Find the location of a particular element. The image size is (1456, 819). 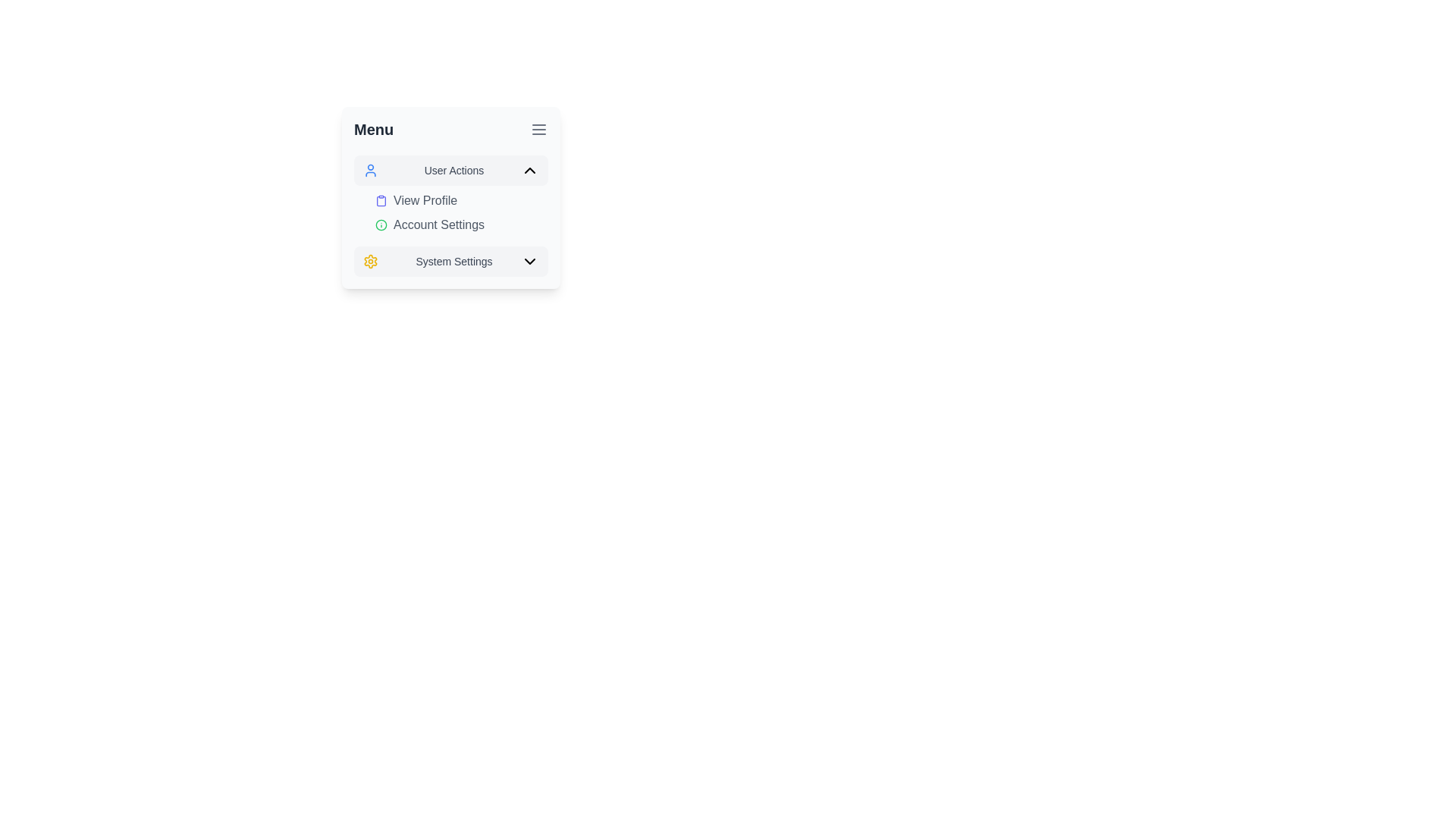

the chevron icon button located at the far-right of the 'User Actions' section is located at coordinates (530, 170).